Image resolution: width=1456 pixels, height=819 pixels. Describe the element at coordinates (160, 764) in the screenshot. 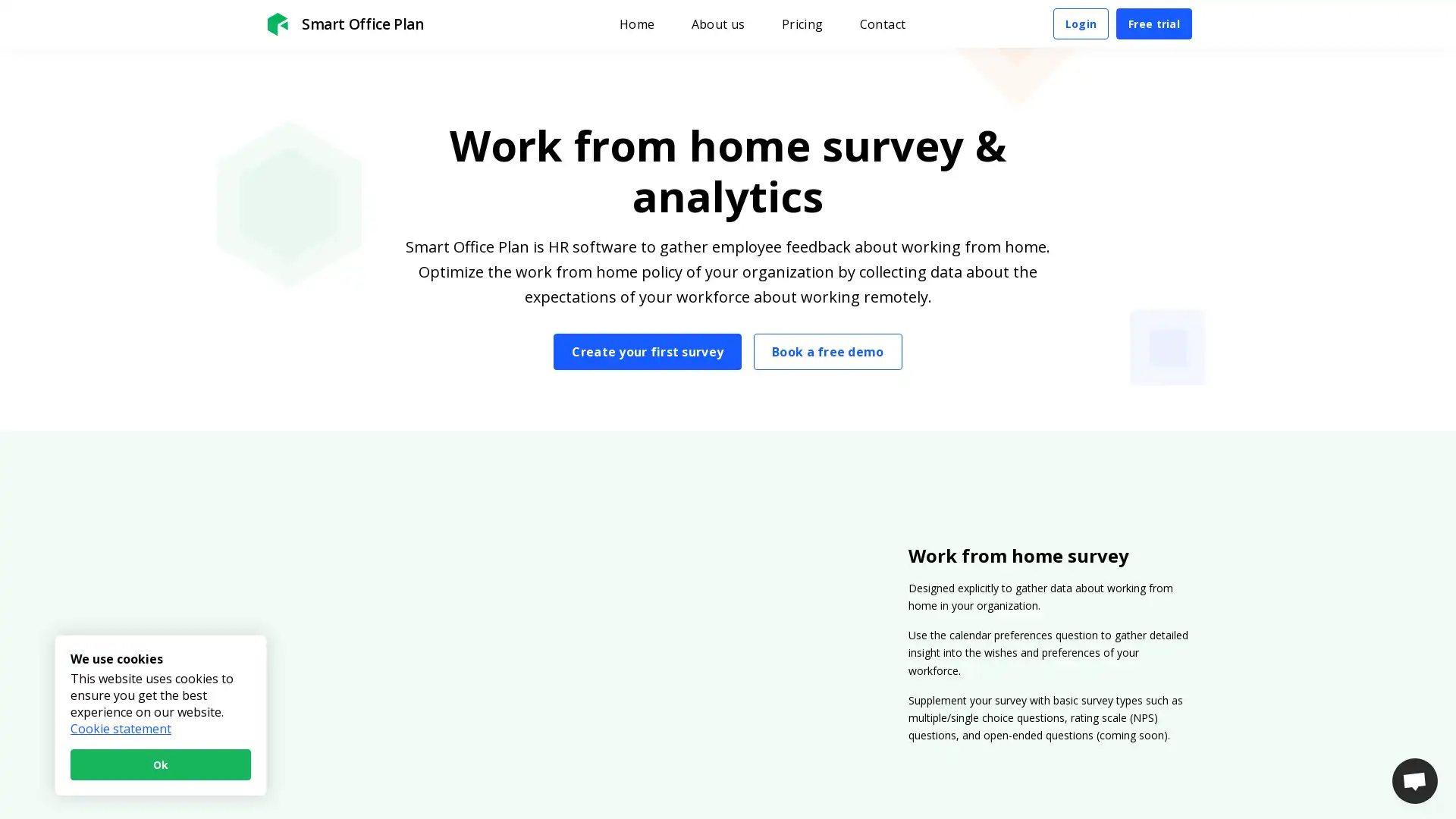

I see `Ok` at that location.